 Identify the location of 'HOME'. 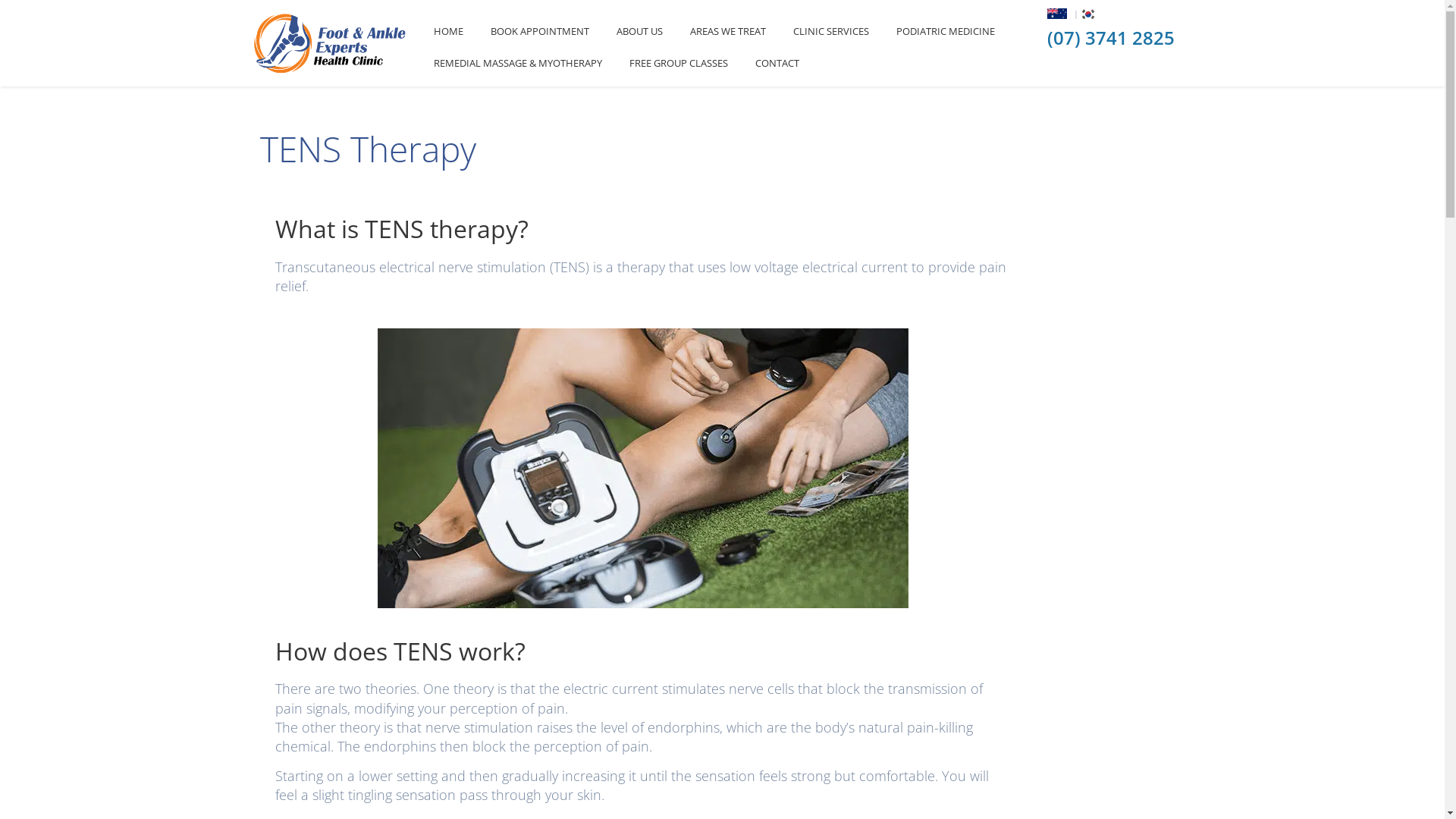
(419, 31).